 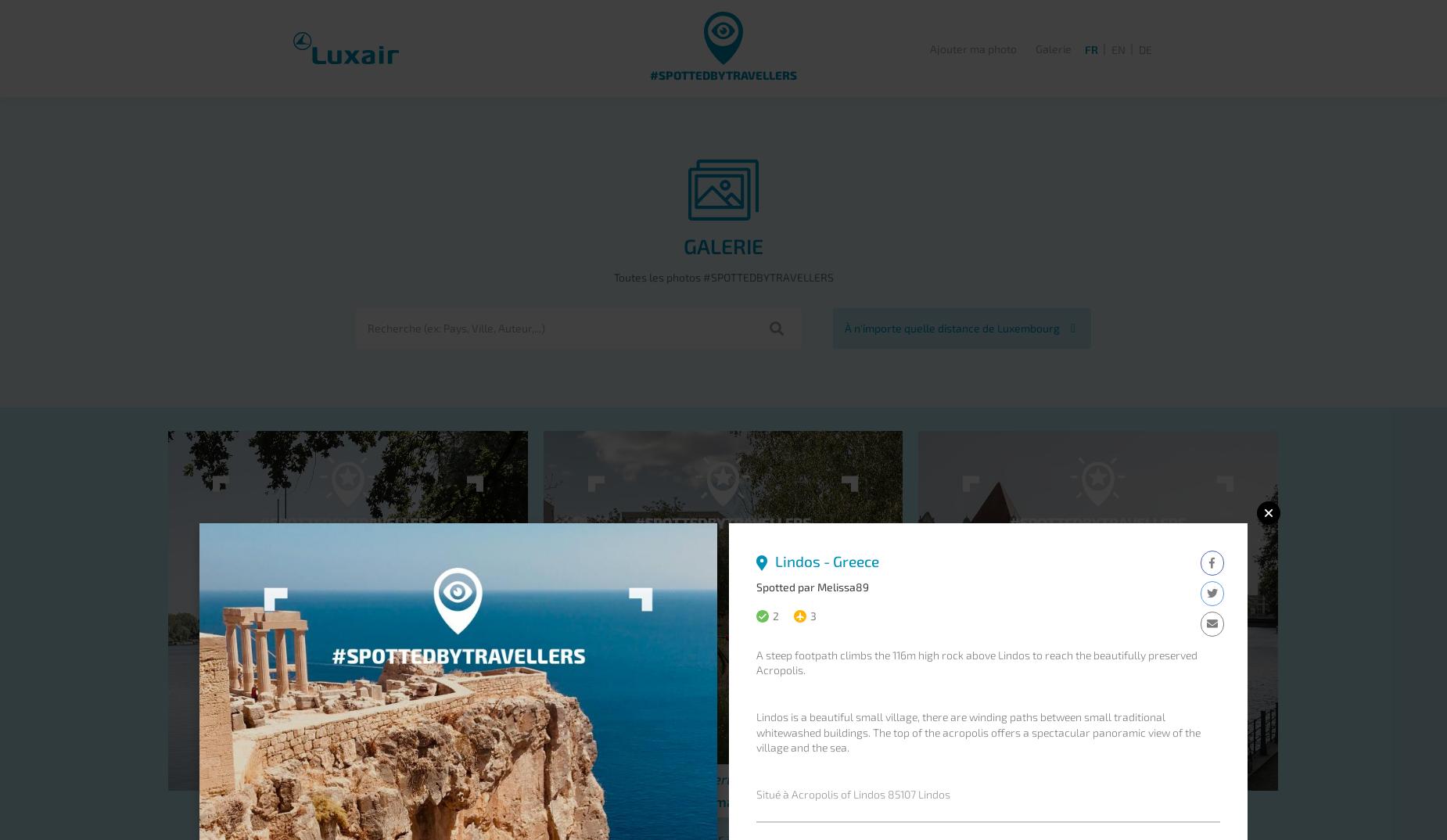 I want to click on '#spottedbytravellers', so click(x=723, y=75).